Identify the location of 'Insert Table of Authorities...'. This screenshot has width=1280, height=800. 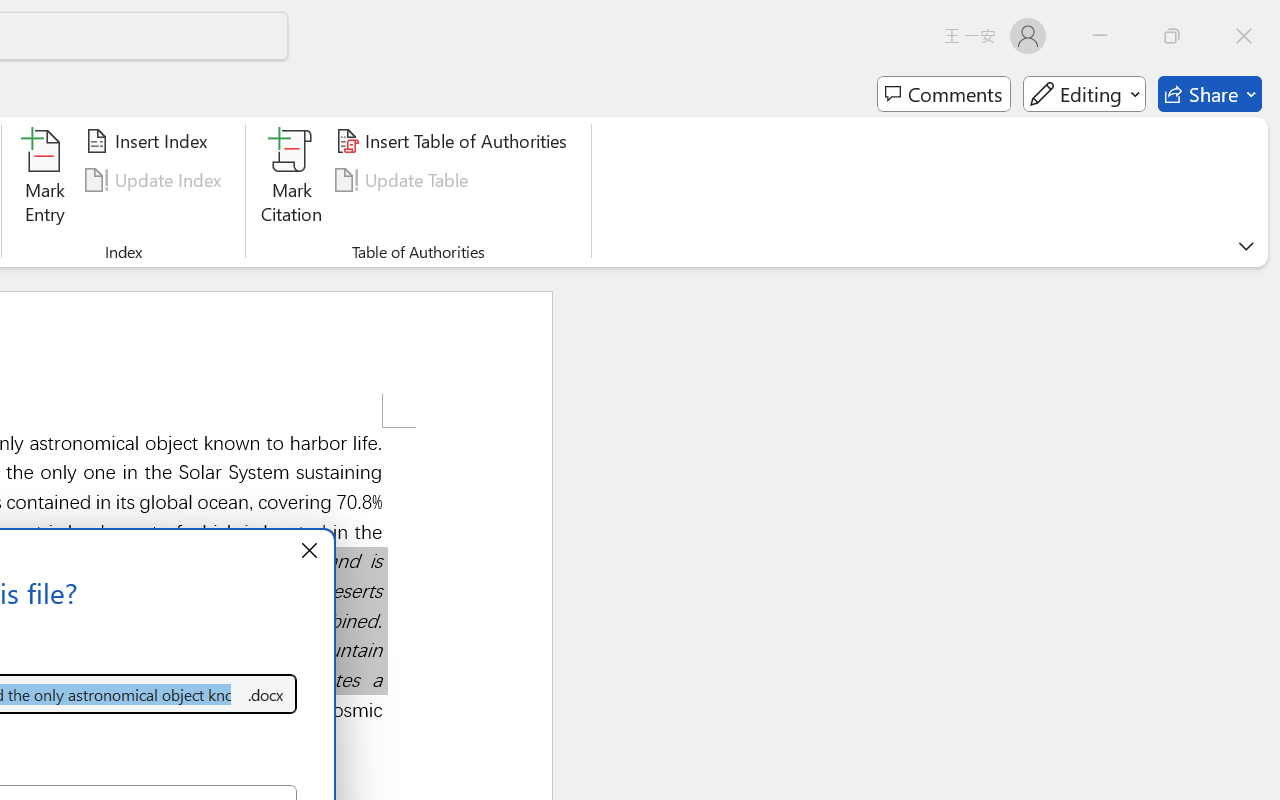
(453, 141).